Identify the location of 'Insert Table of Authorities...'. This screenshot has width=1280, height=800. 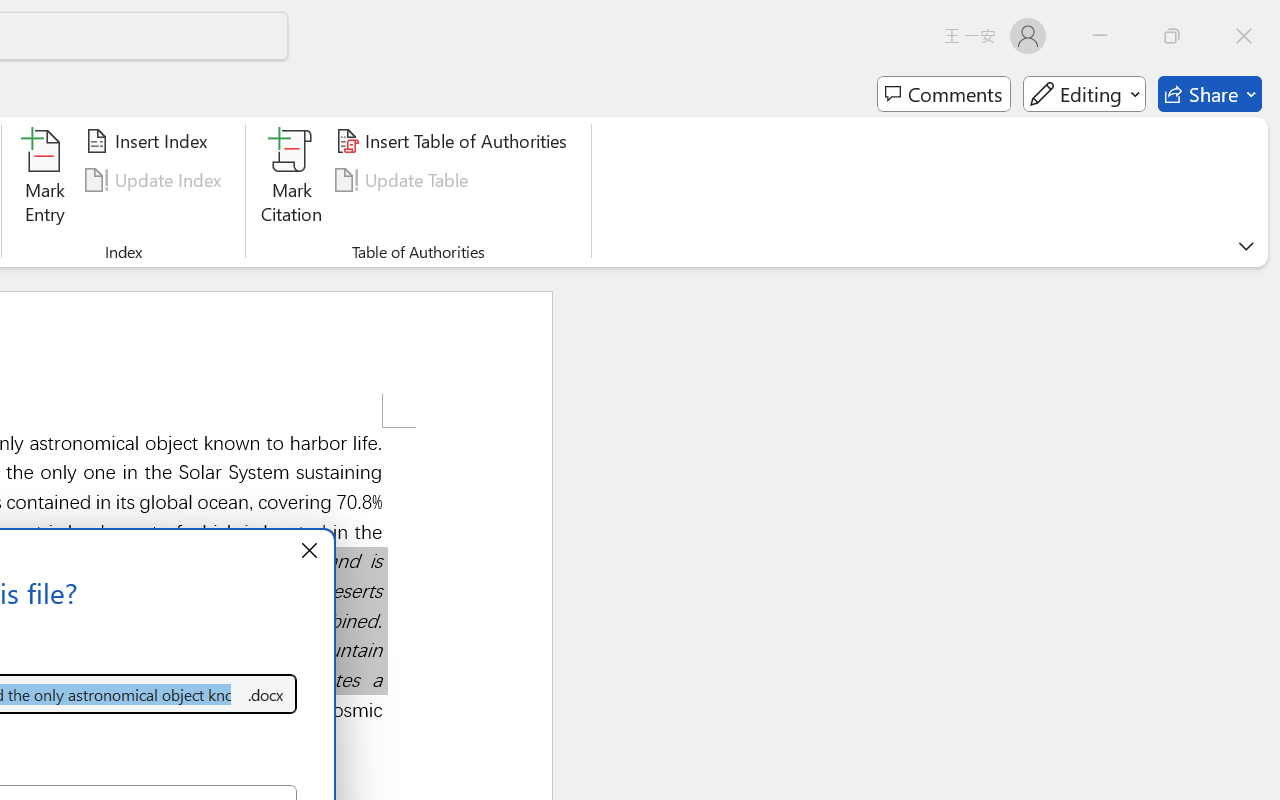
(453, 141).